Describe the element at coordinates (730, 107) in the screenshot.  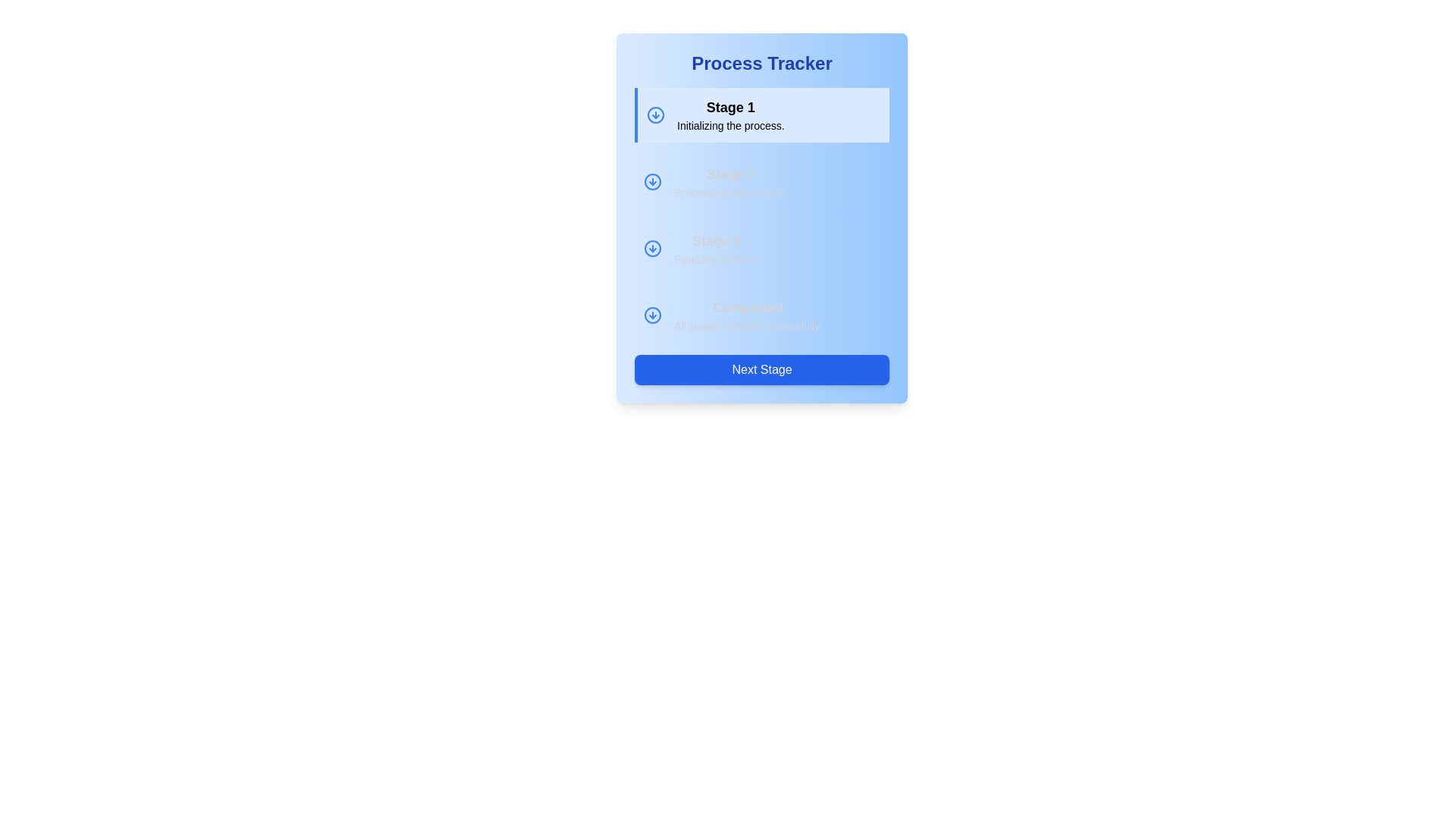
I see `the bold, black text label displaying 'Stage 1' located inside the blue panel titled 'Process Tracker'` at that location.